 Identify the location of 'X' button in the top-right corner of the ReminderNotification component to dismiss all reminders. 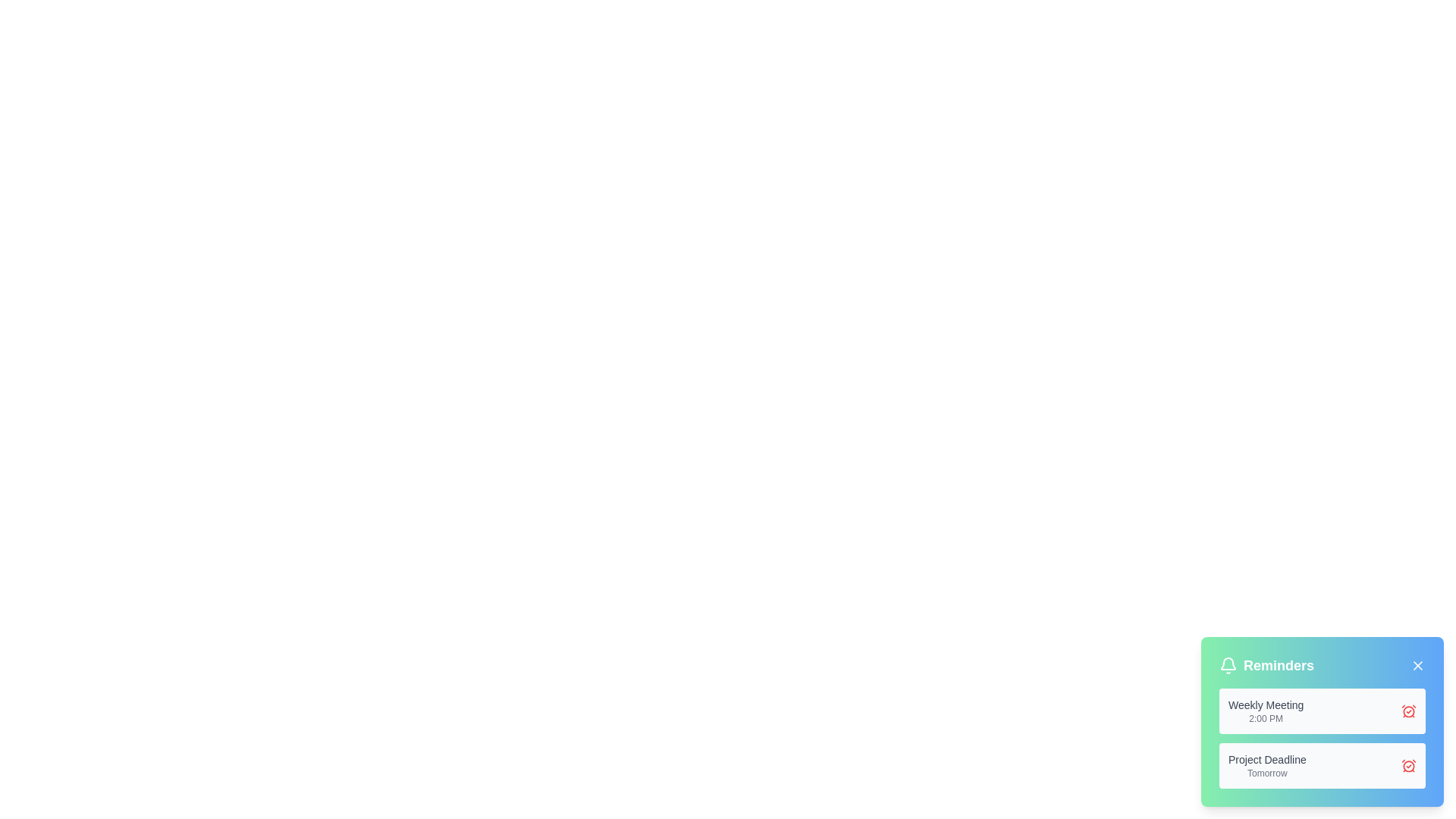
(1417, 665).